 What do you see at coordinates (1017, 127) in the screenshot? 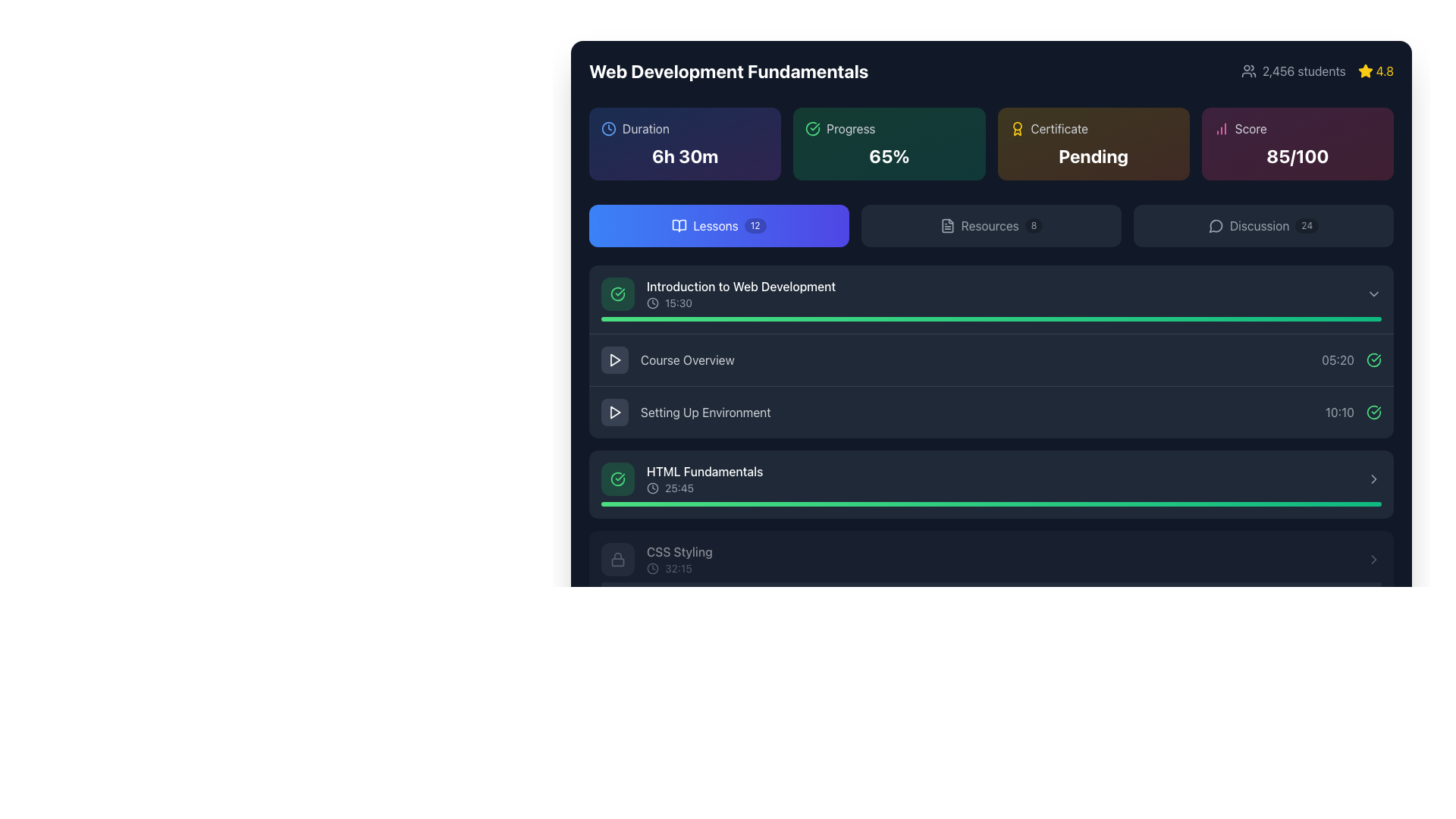
I see `the small yellow award badge icon located next to the text 'Certificate' in the top-right section of the interface` at bounding box center [1017, 127].